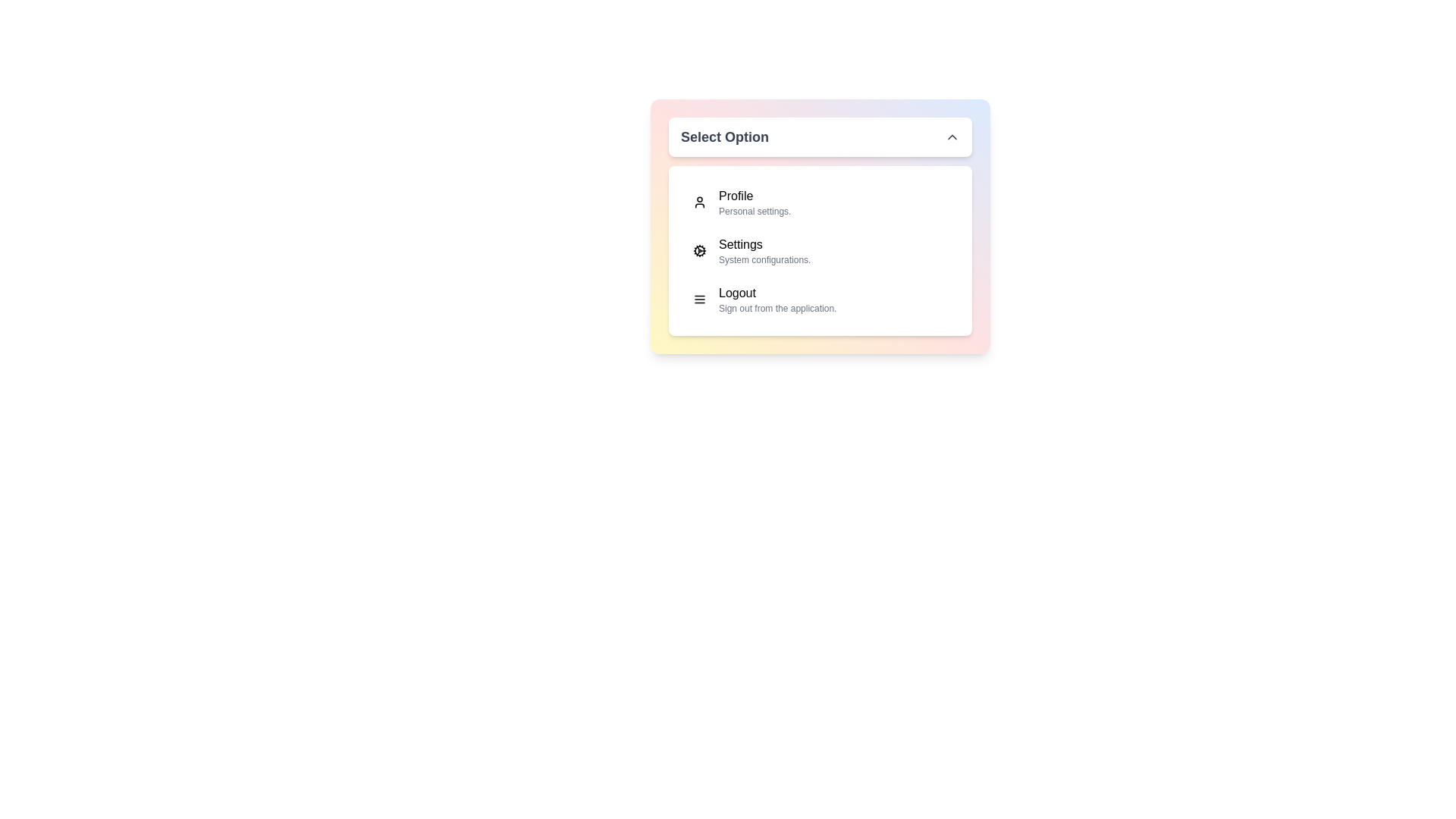  Describe the element at coordinates (819, 250) in the screenshot. I see `the menu item corresponding to Settings to select it` at that location.